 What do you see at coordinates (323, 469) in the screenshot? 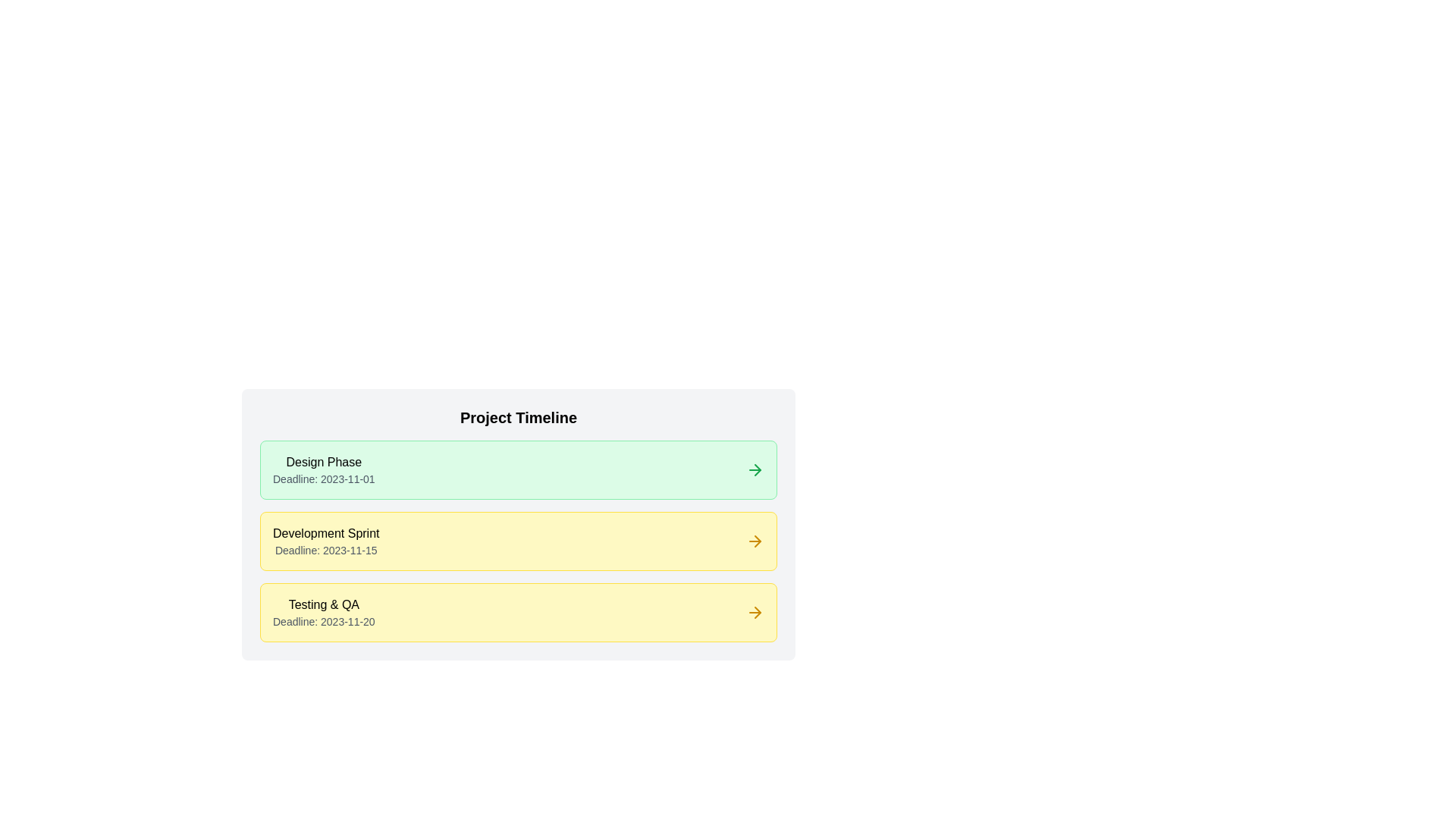
I see `text label that provides information about a project phase, including its title and associated deadline date, located in the top-left corner of the first green section within the outlined group titled 'Project Timeline'` at bounding box center [323, 469].